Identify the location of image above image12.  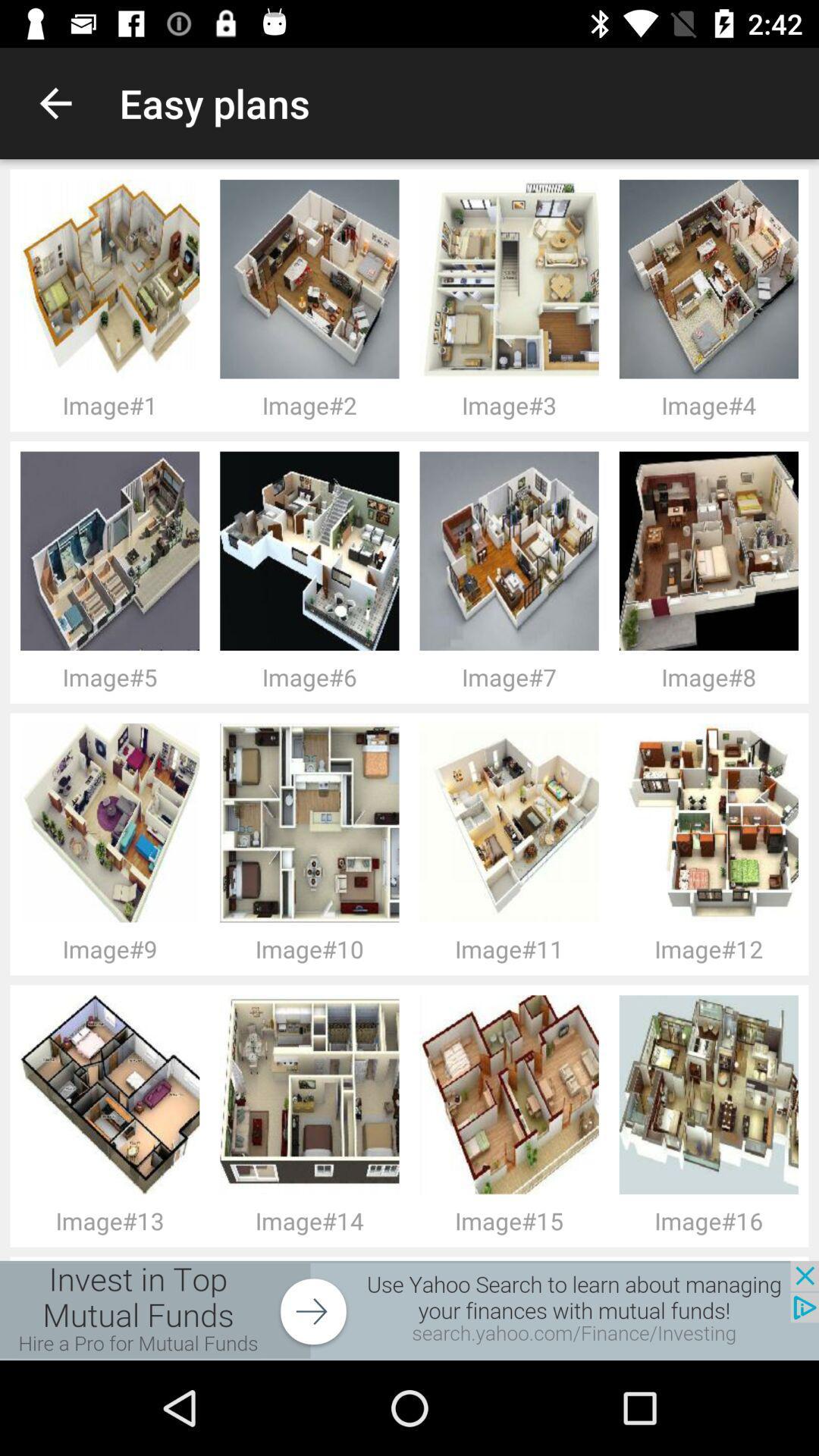
(714, 822).